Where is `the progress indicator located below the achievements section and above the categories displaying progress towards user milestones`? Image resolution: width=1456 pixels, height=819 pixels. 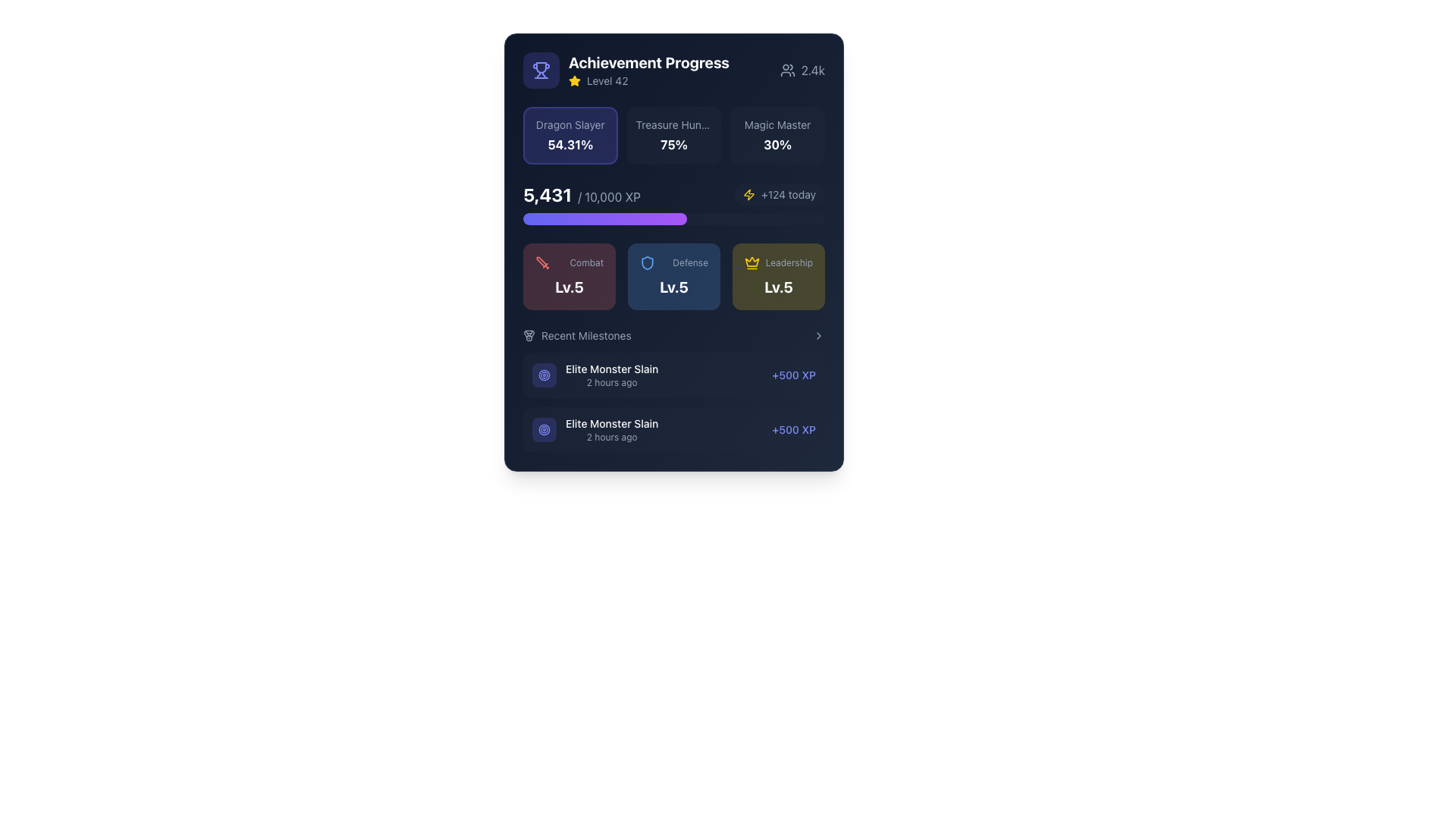 the progress indicator located below the achievements section and above the categories displaying progress towards user milestones is located at coordinates (673, 203).